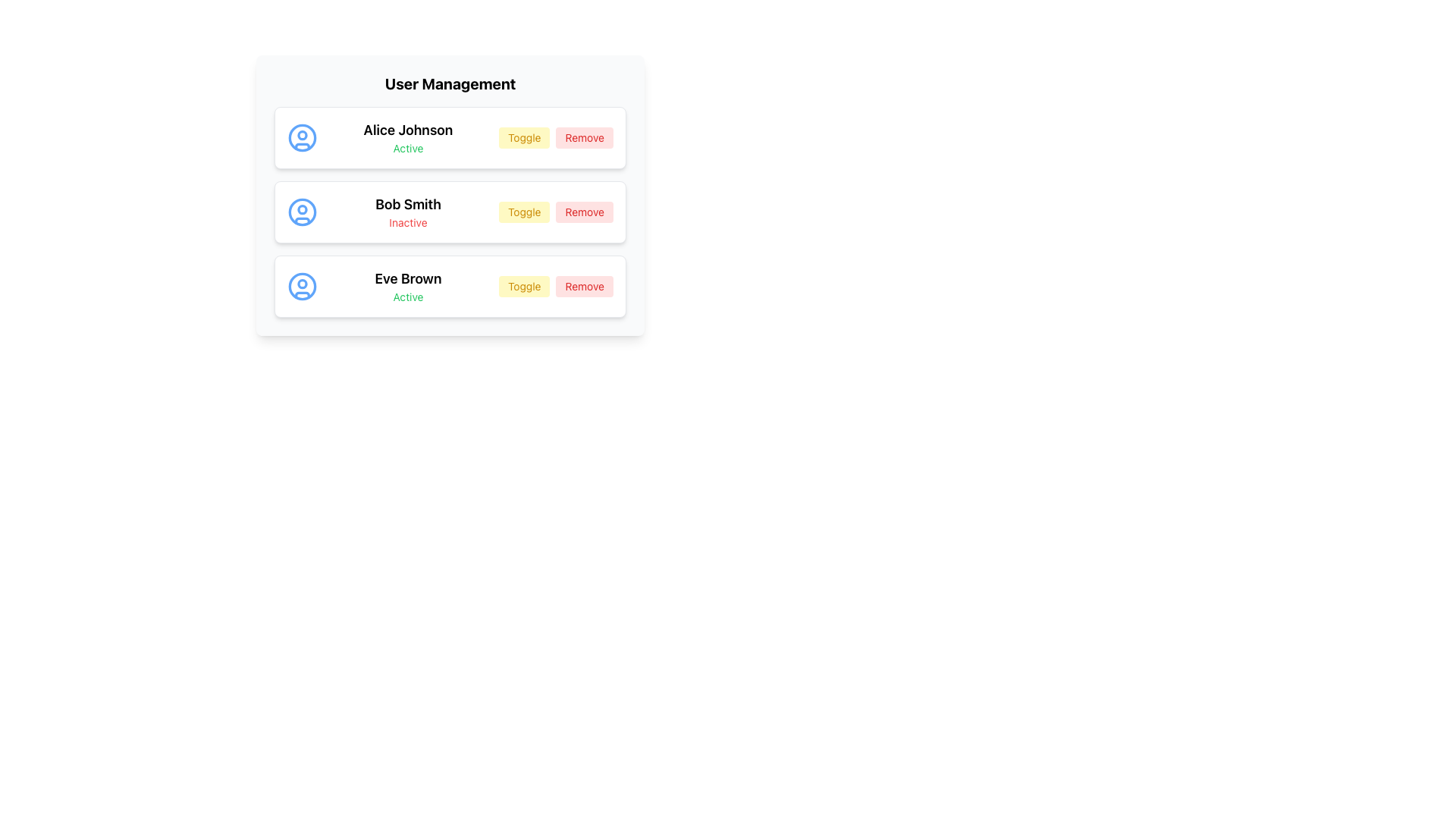 The image size is (1456, 819). What do you see at coordinates (302, 284) in the screenshot?
I see `the small circle element within the SVG that represents the user's avatar, which is centrally aligned at the top of the avatar's inner area` at bounding box center [302, 284].